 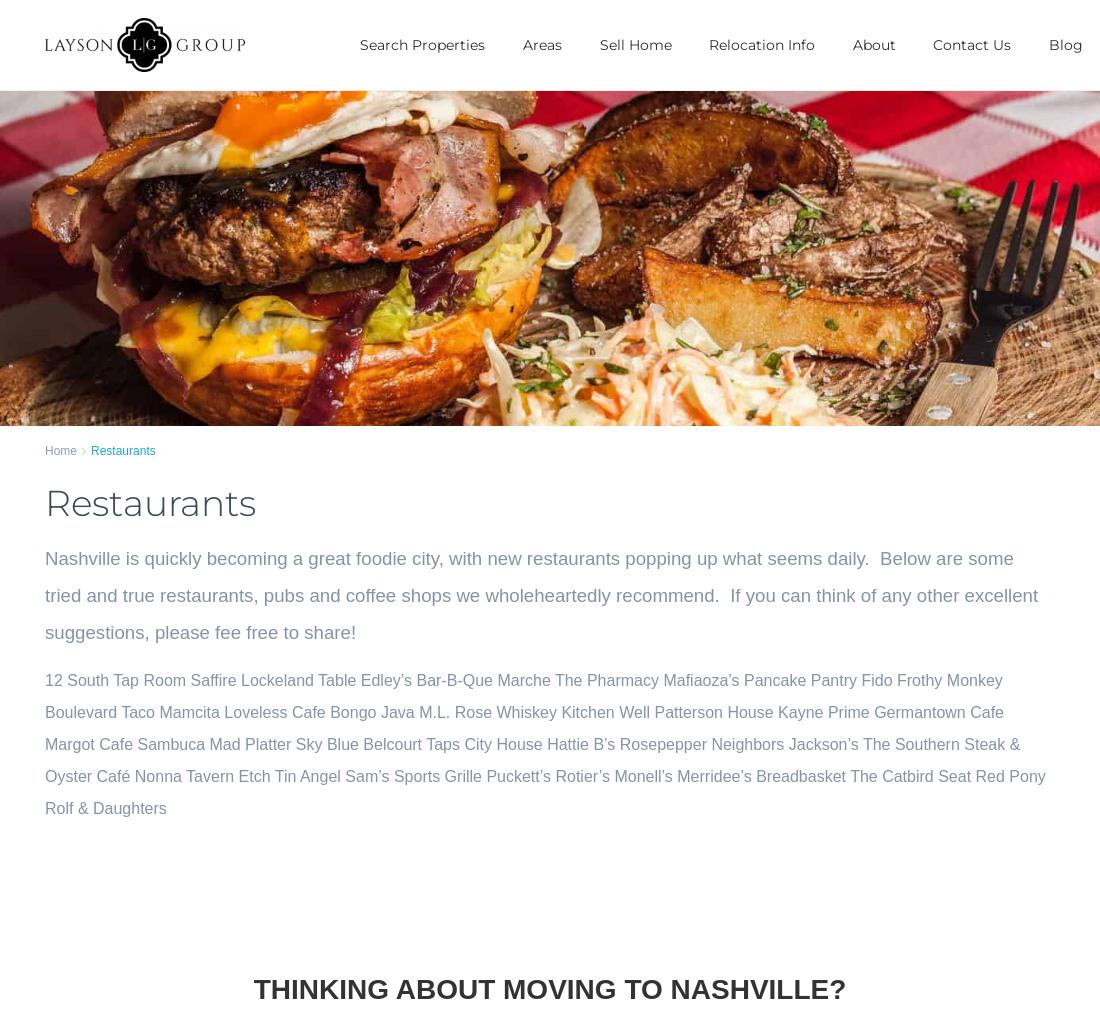 I want to click on 'Green Hills', so click(x=777, y=462).